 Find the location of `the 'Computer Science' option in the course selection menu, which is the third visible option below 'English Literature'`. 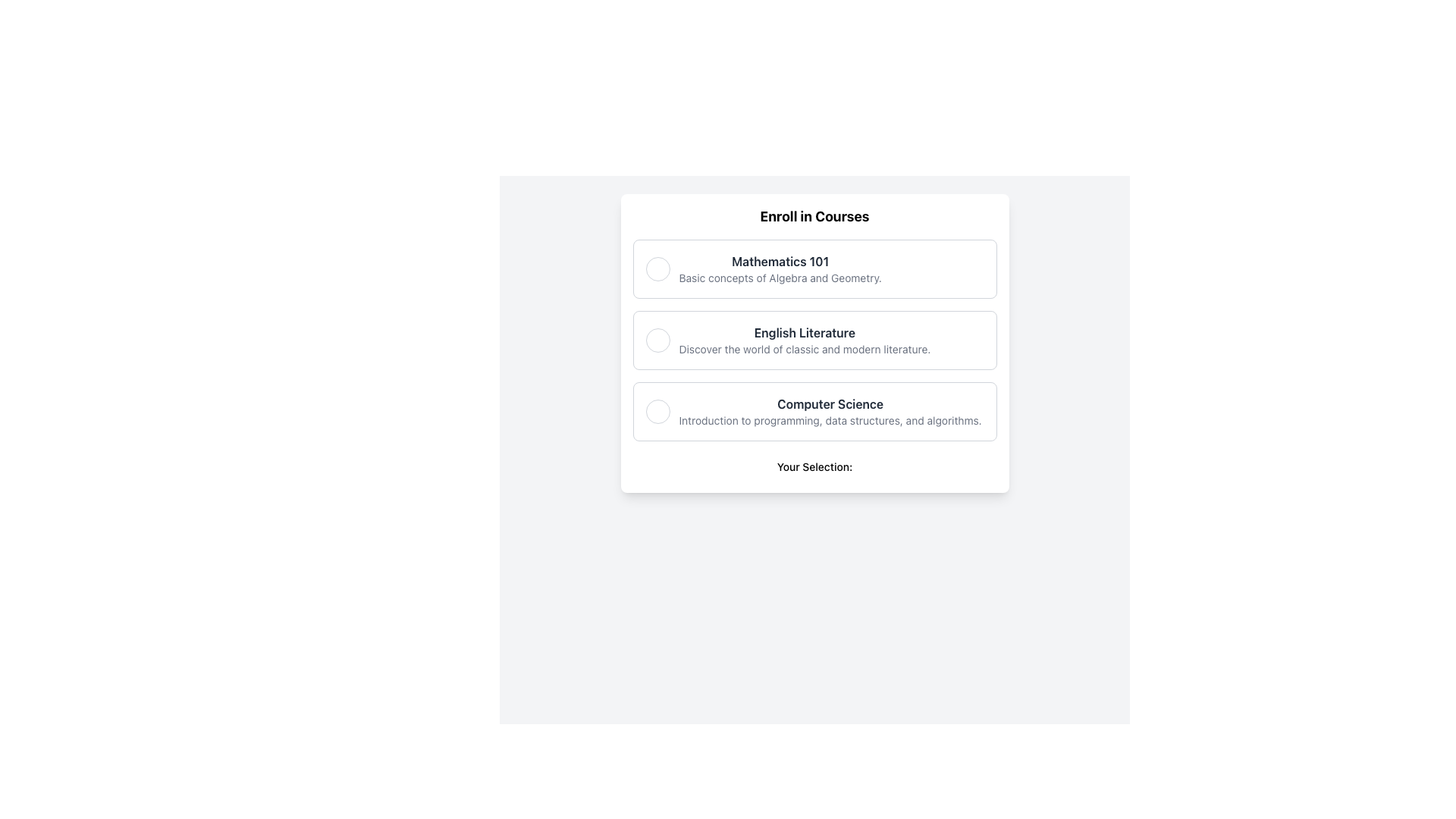

the 'Computer Science' option in the course selection menu, which is the third visible option below 'English Literature' is located at coordinates (829, 412).